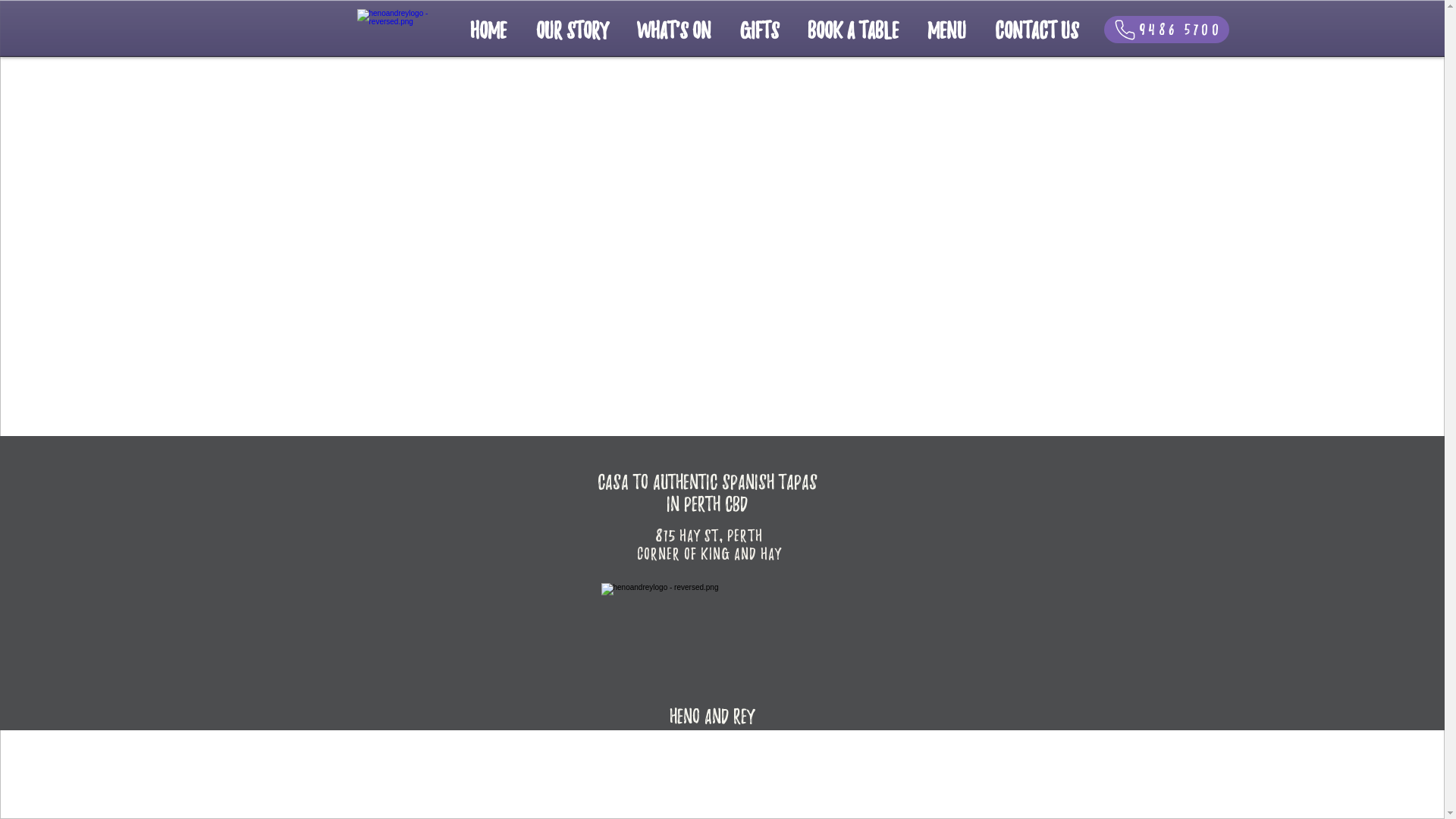  Describe the element at coordinates (852, 29) in the screenshot. I see `'BOOK A TABLE'` at that location.